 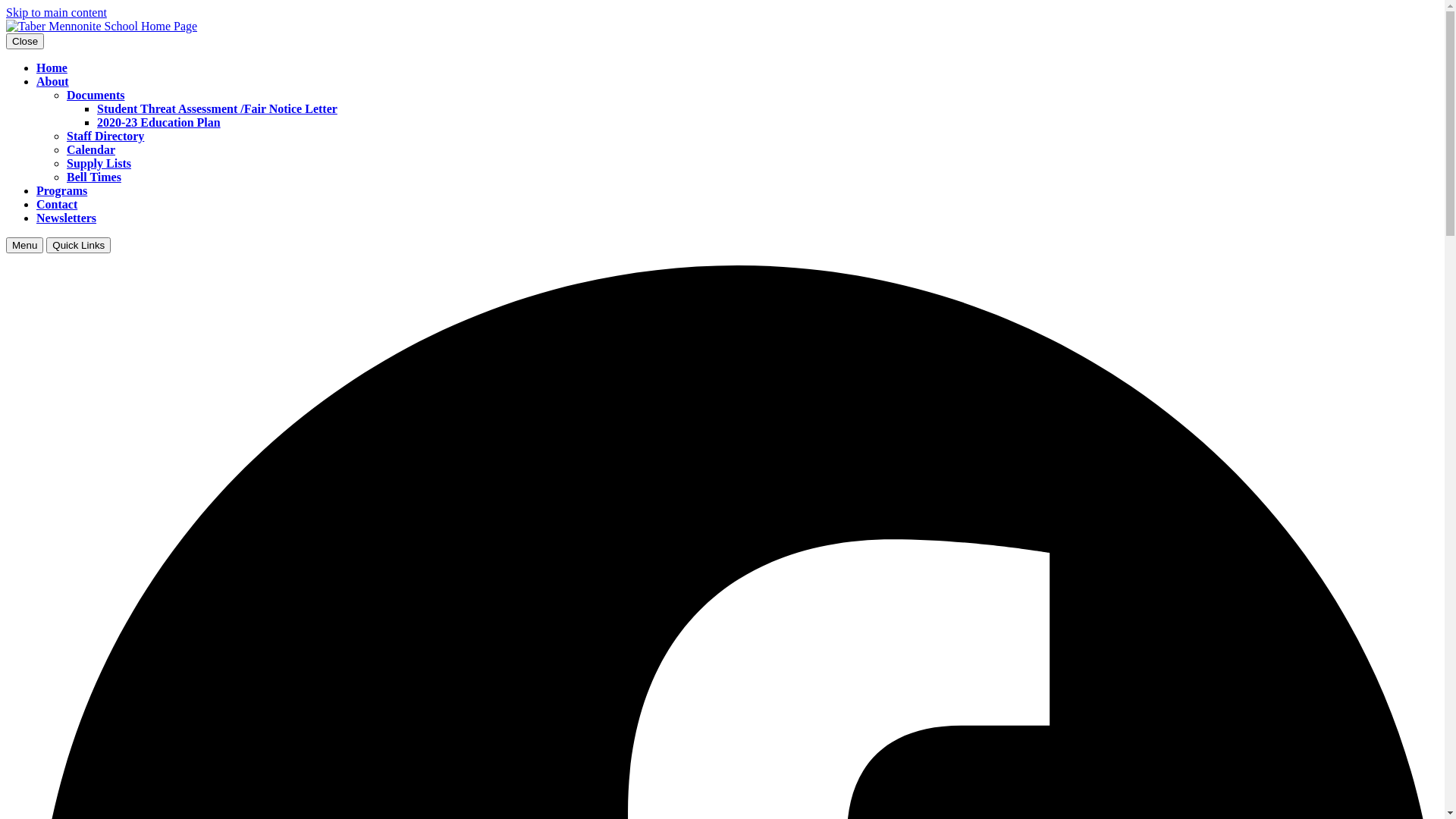 I want to click on 'Skip to main content', so click(x=6, y=12).